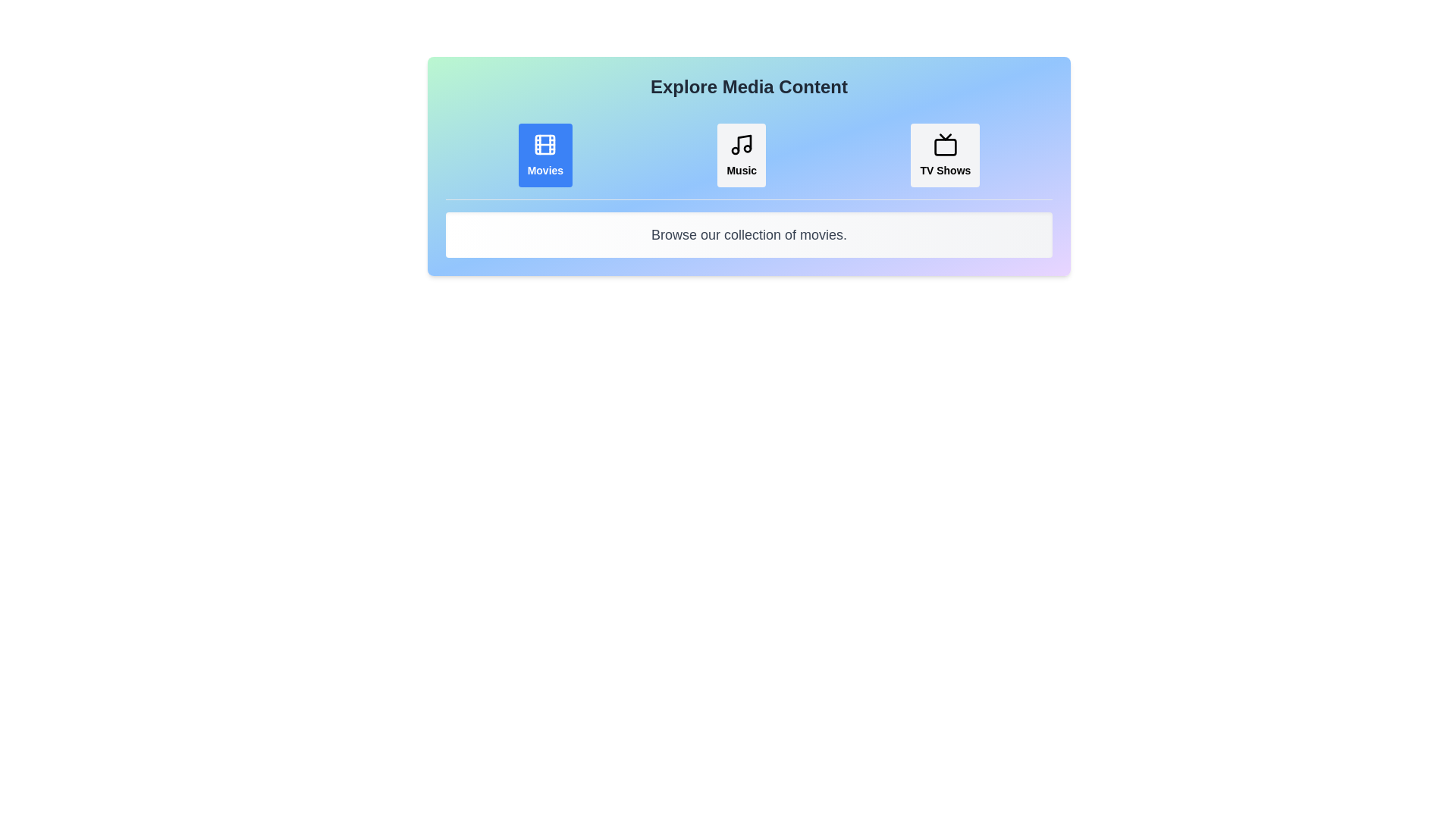 Image resolution: width=1456 pixels, height=819 pixels. I want to click on the television icon within the 'TV Shows' card, which is styled with bold lines and sharp edges, and is located at the rightmost position in the row of icons, so click(944, 145).